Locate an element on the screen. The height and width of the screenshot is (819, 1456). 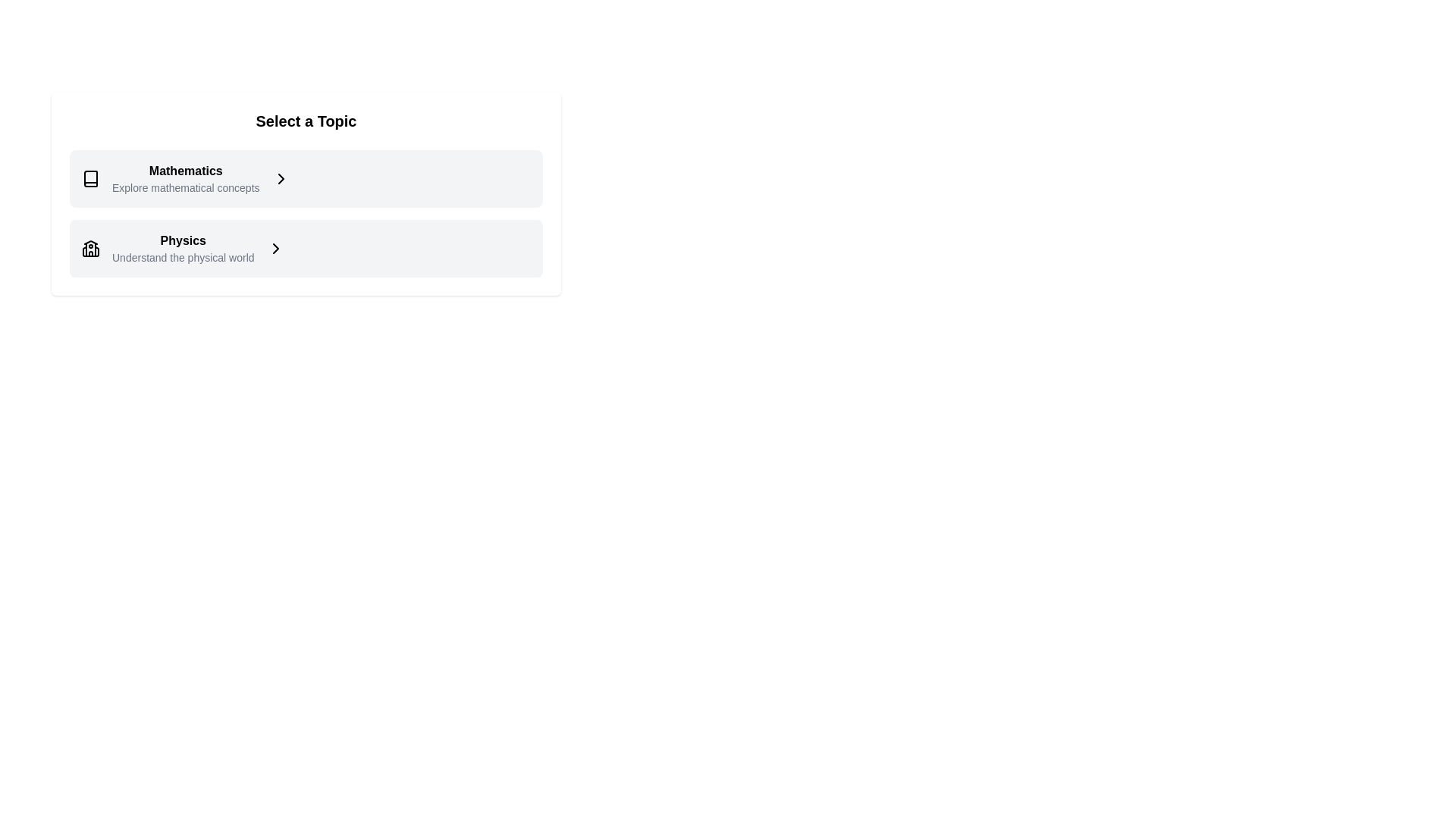
the building or school icon located to the left of the 'Physics' label text in the 'Select a Topic' section is located at coordinates (90, 247).